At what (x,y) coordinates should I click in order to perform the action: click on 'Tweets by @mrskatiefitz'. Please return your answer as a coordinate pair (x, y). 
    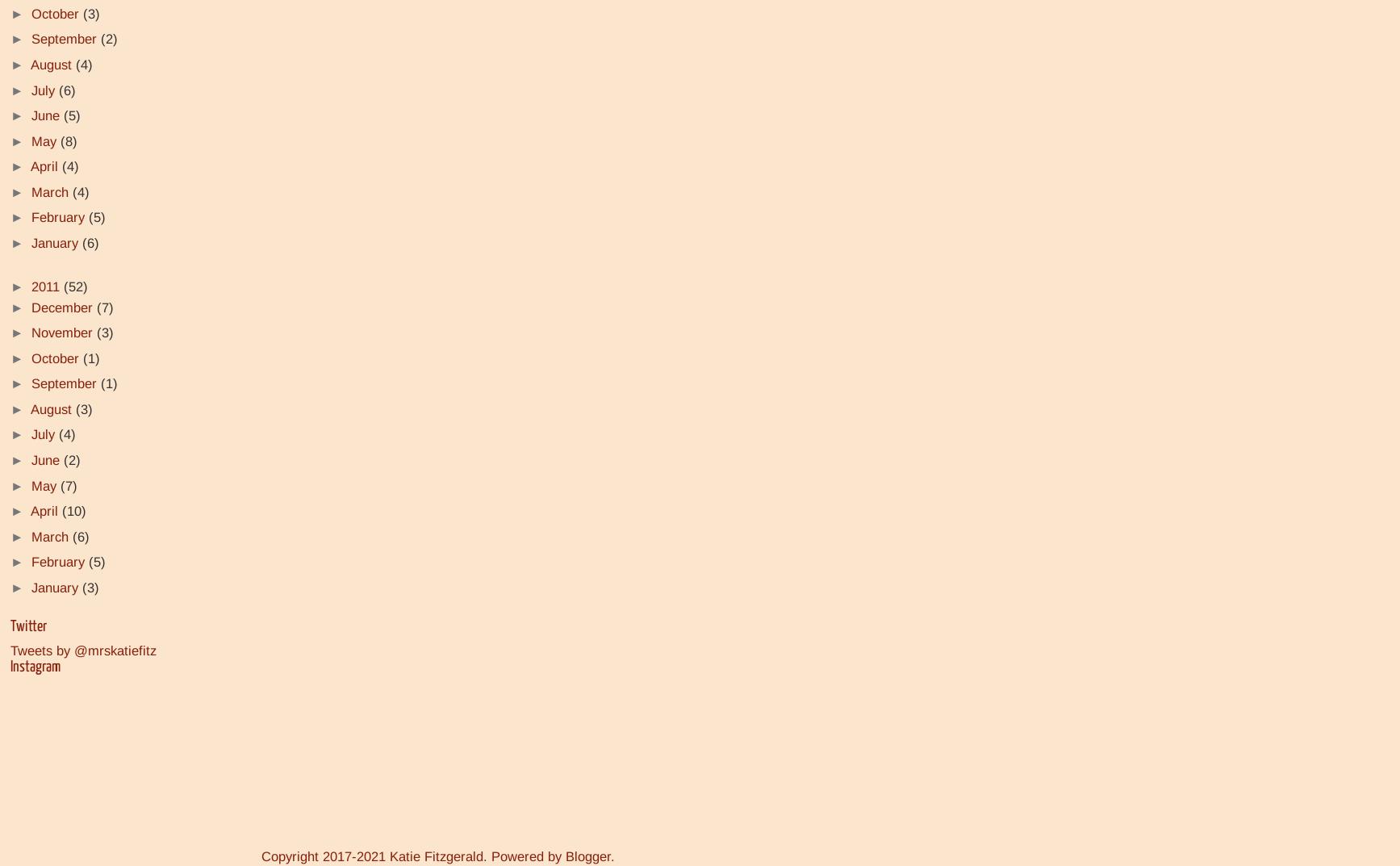
    Looking at the image, I should click on (10, 650).